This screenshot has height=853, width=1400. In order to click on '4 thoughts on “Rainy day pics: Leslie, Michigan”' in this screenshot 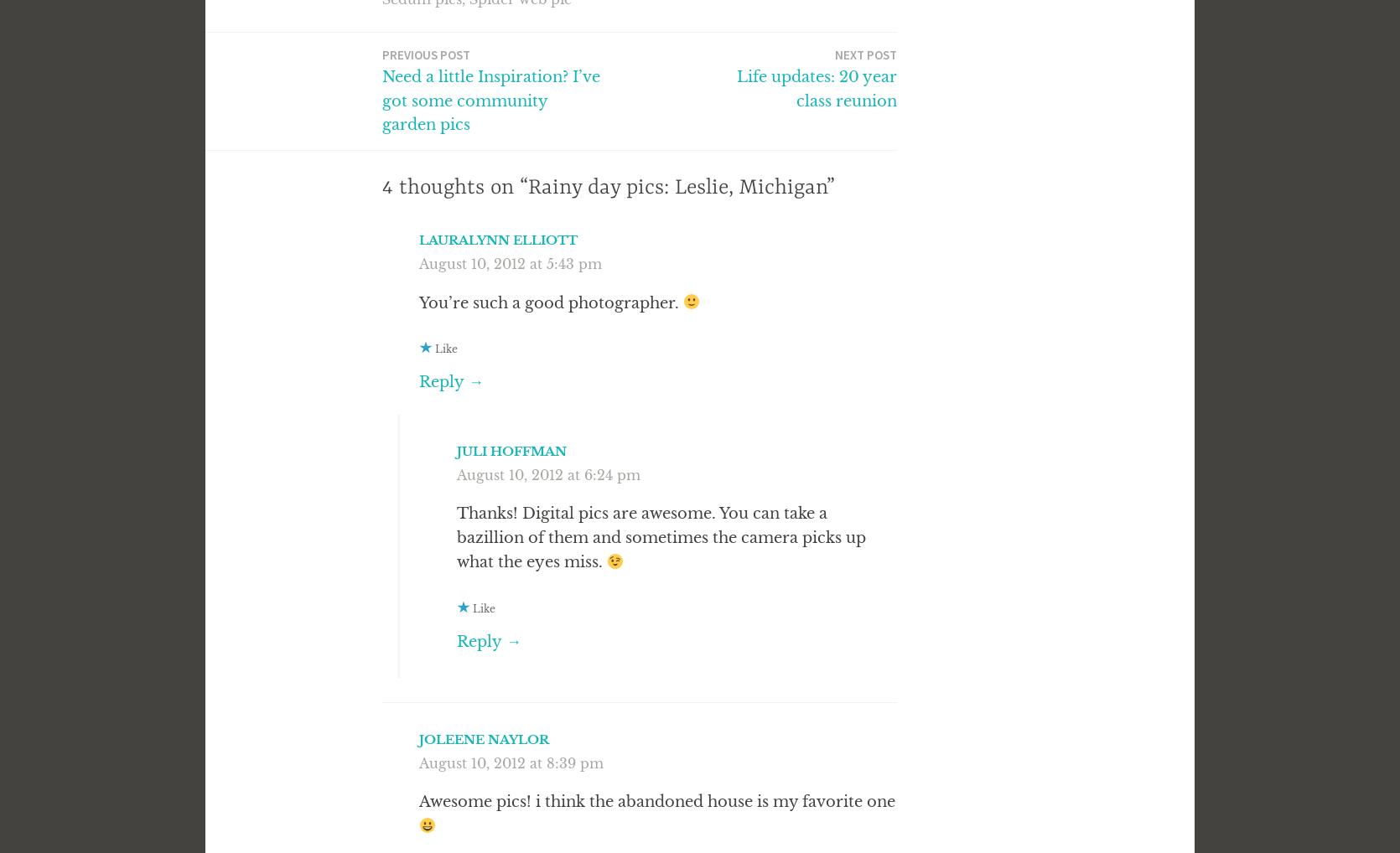, I will do `click(381, 187)`.